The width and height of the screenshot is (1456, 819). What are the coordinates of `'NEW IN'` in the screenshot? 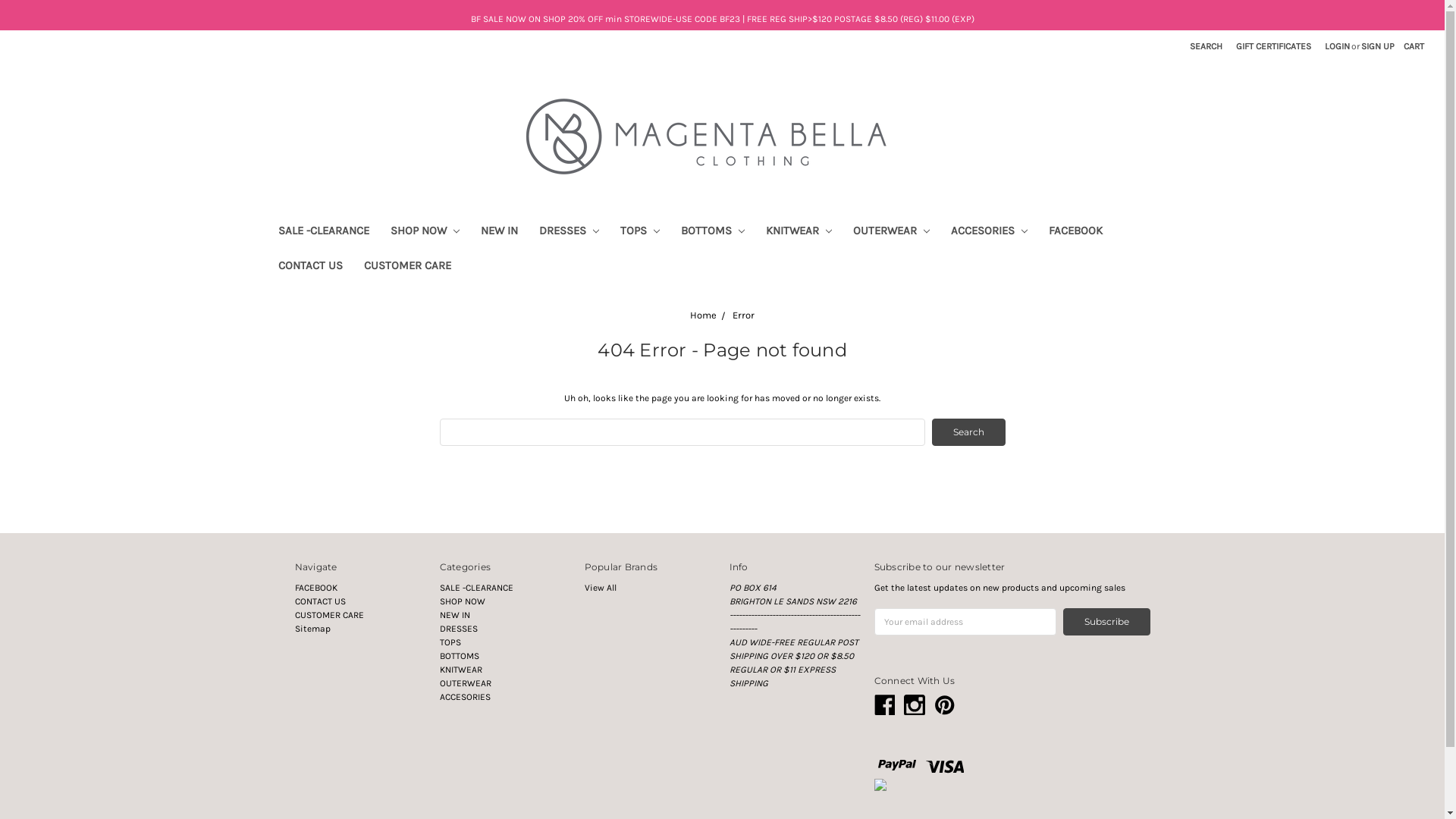 It's located at (499, 233).